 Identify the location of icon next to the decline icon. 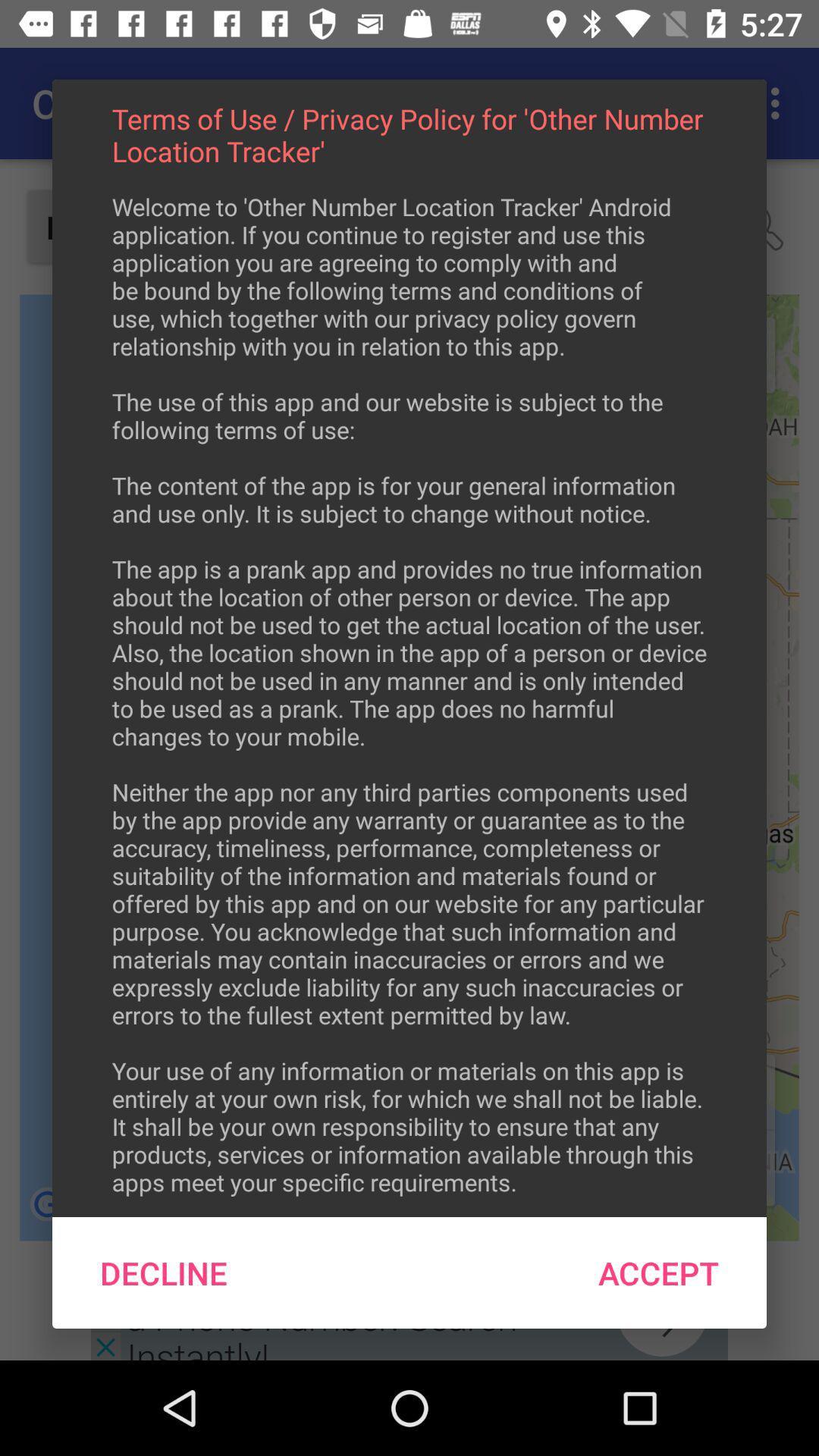
(657, 1272).